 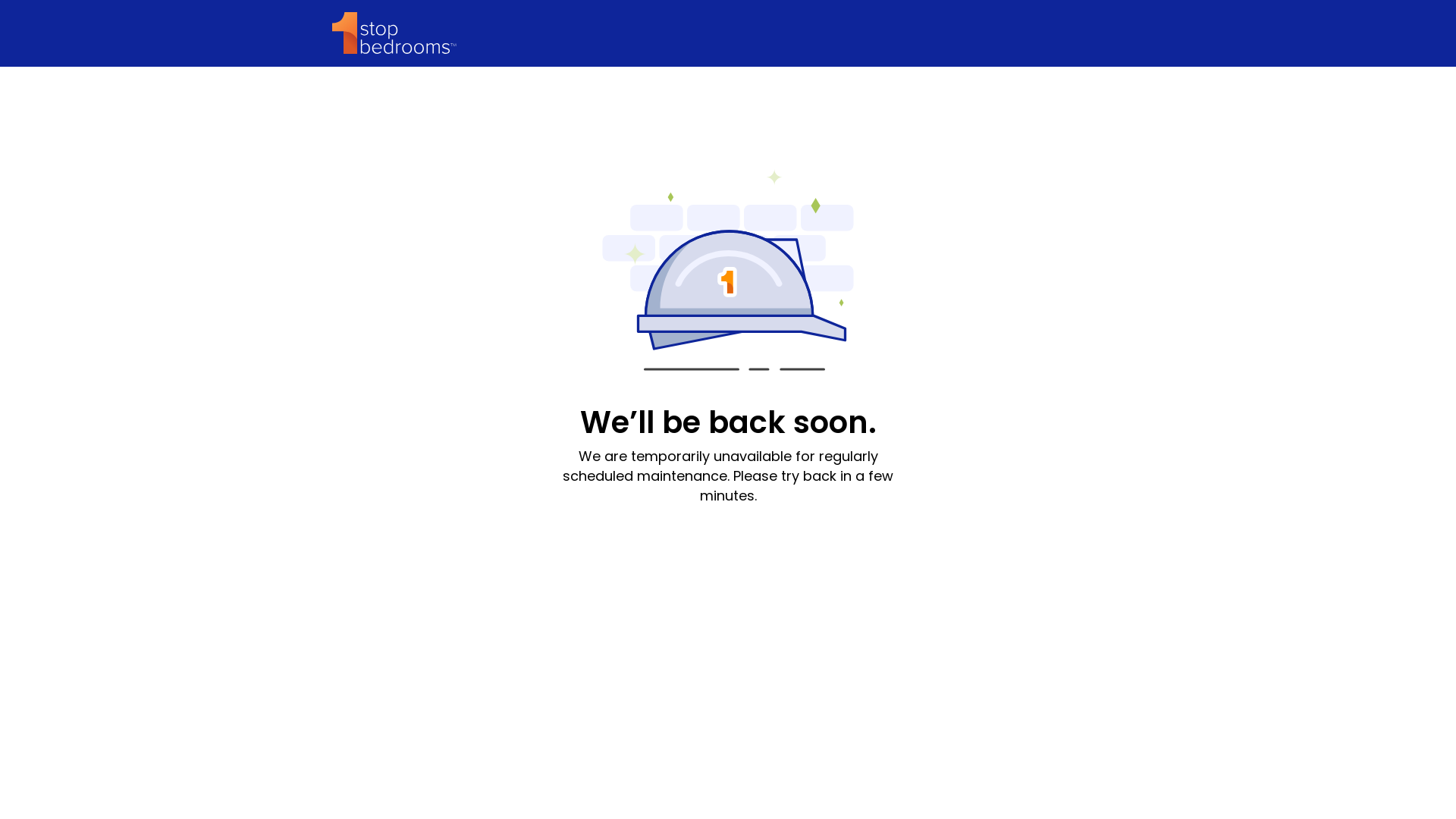 What do you see at coordinates (394, 33) in the screenshot?
I see `'1StopBedrooms'` at bounding box center [394, 33].